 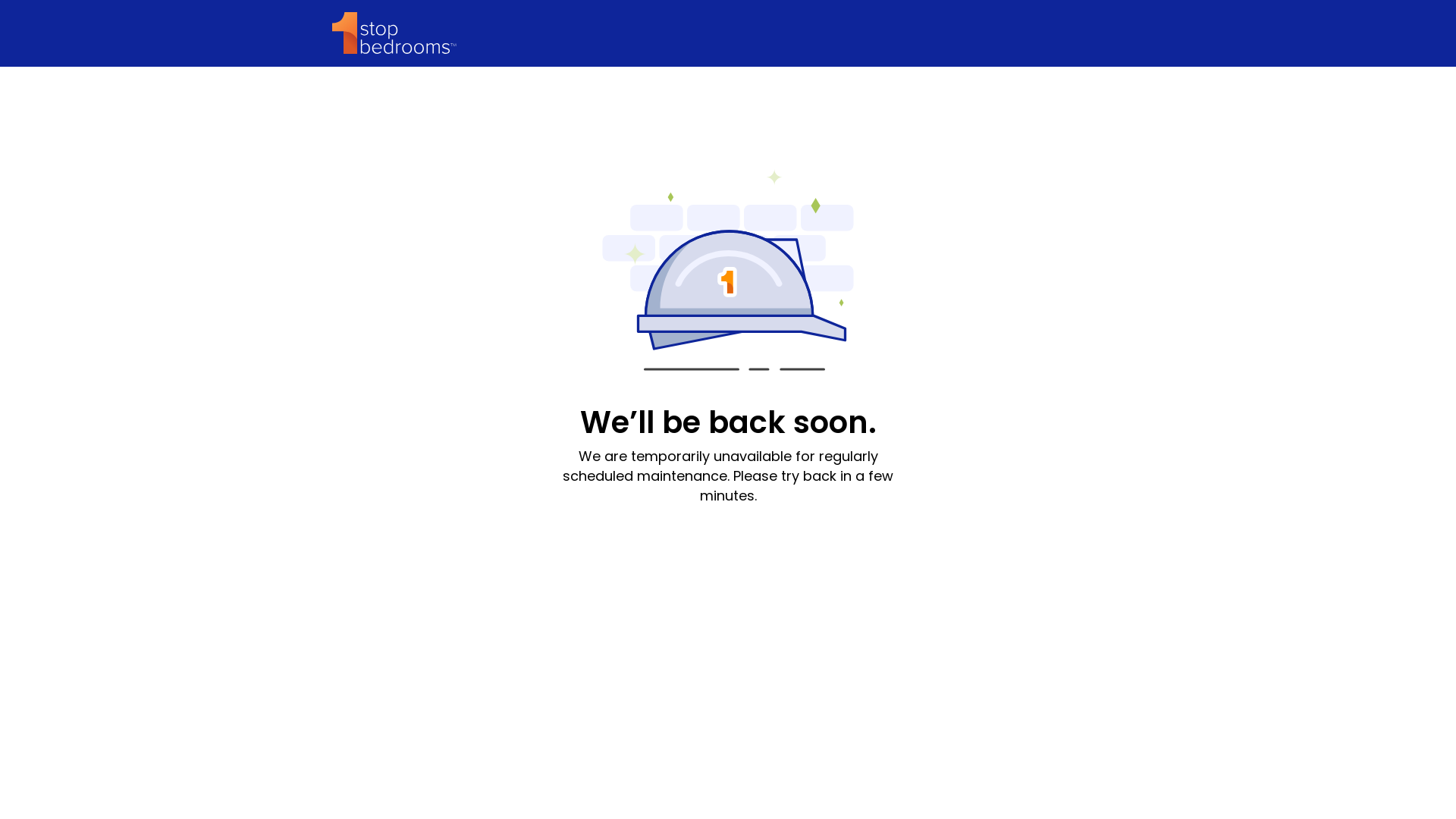 What do you see at coordinates (394, 33) in the screenshot?
I see `'1StopBedrooms'` at bounding box center [394, 33].